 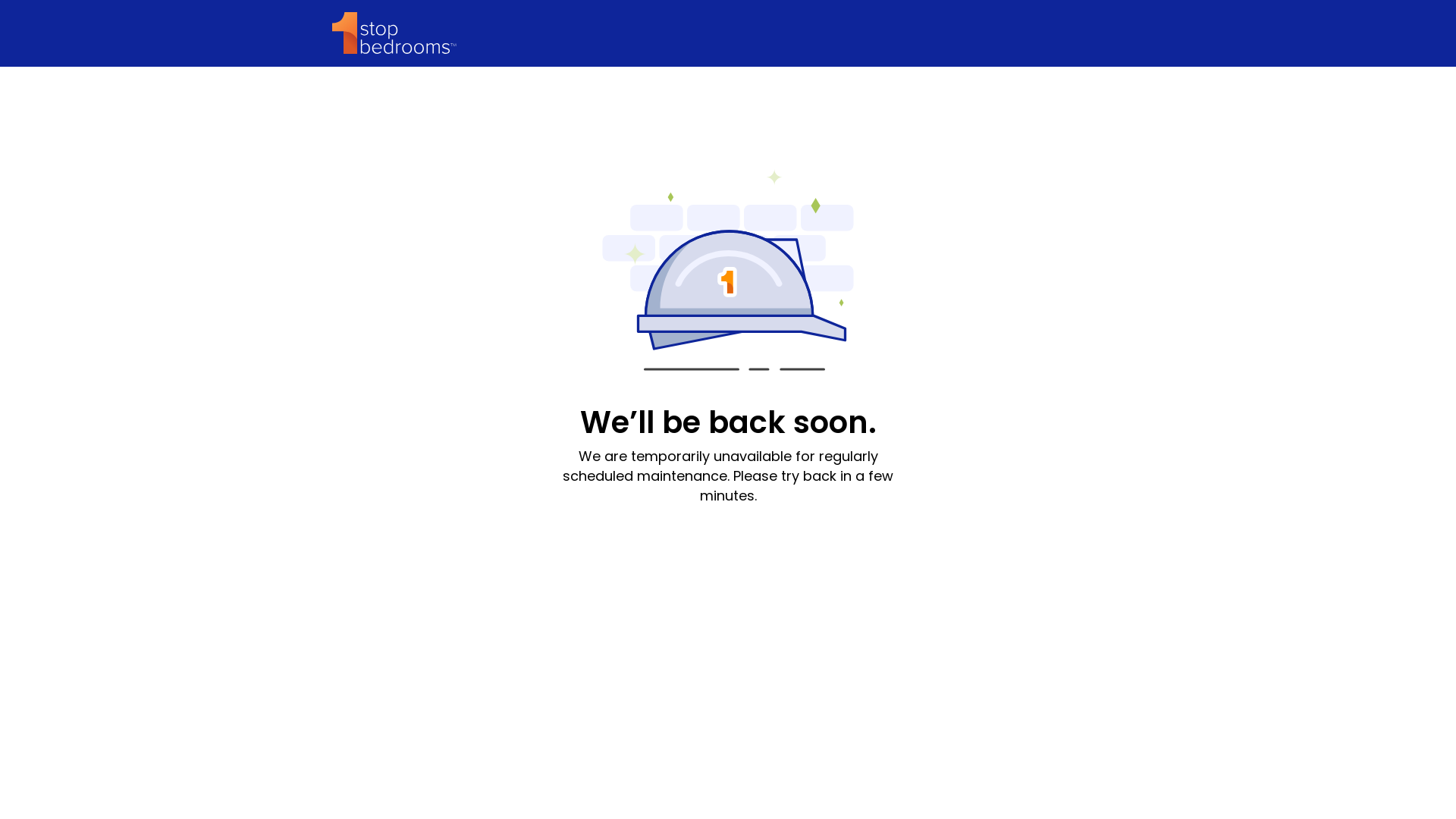 What do you see at coordinates (394, 33) in the screenshot?
I see `'1StopBedrooms'` at bounding box center [394, 33].